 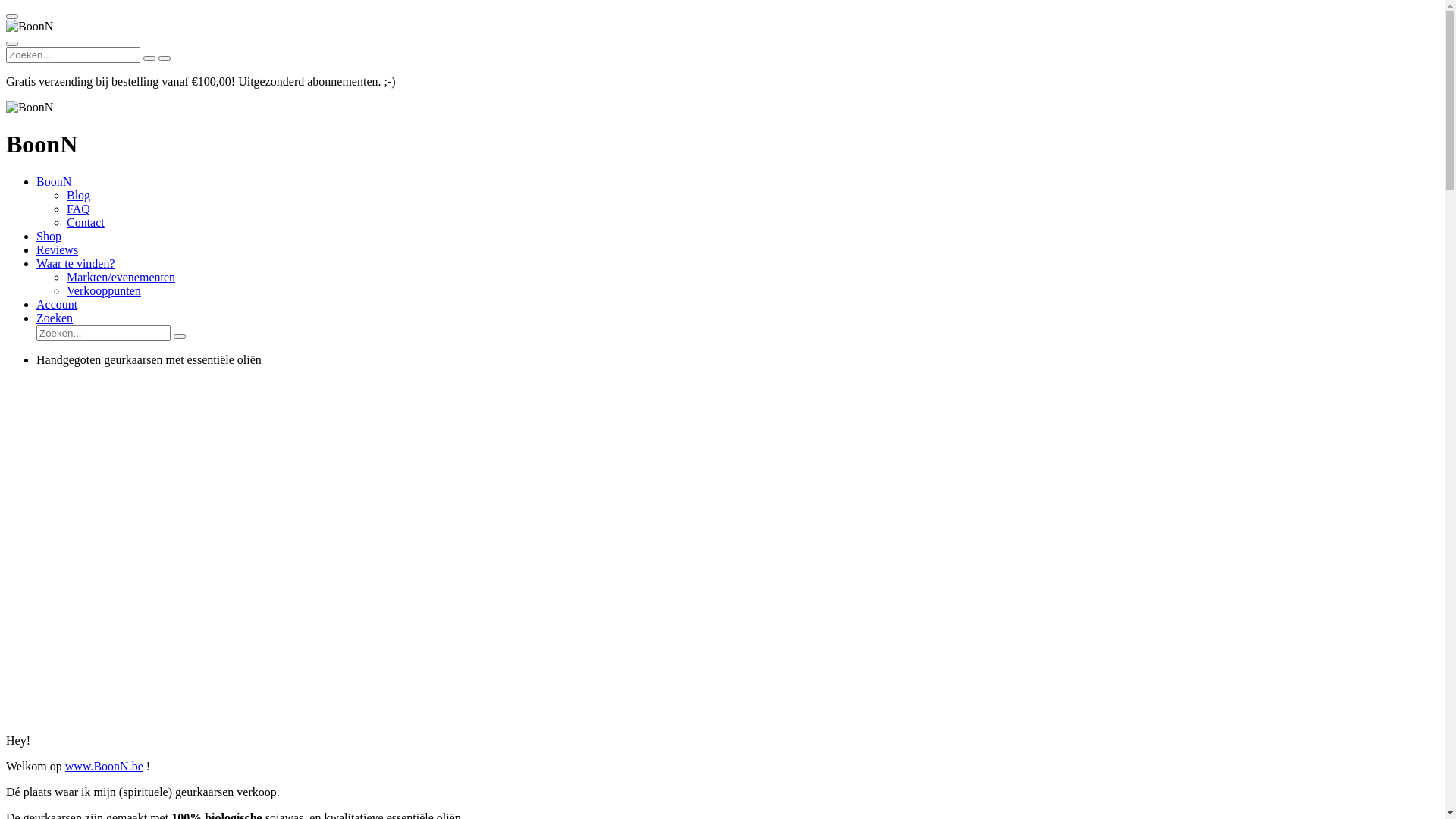 What do you see at coordinates (85, 222) in the screenshot?
I see `'Contact'` at bounding box center [85, 222].